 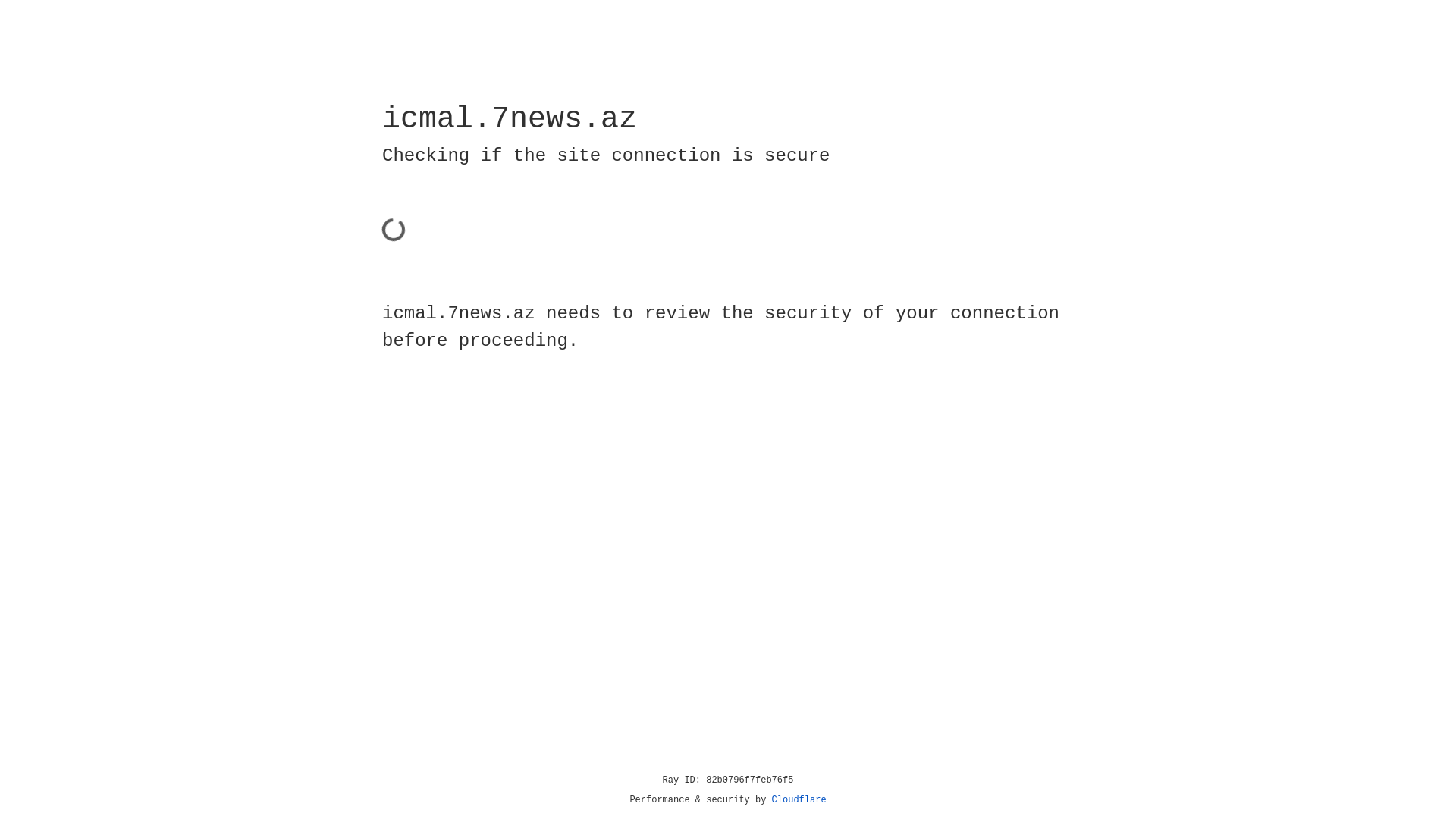 What do you see at coordinates (799, 799) in the screenshot?
I see `'Cloudflare'` at bounding box center [799, 799].